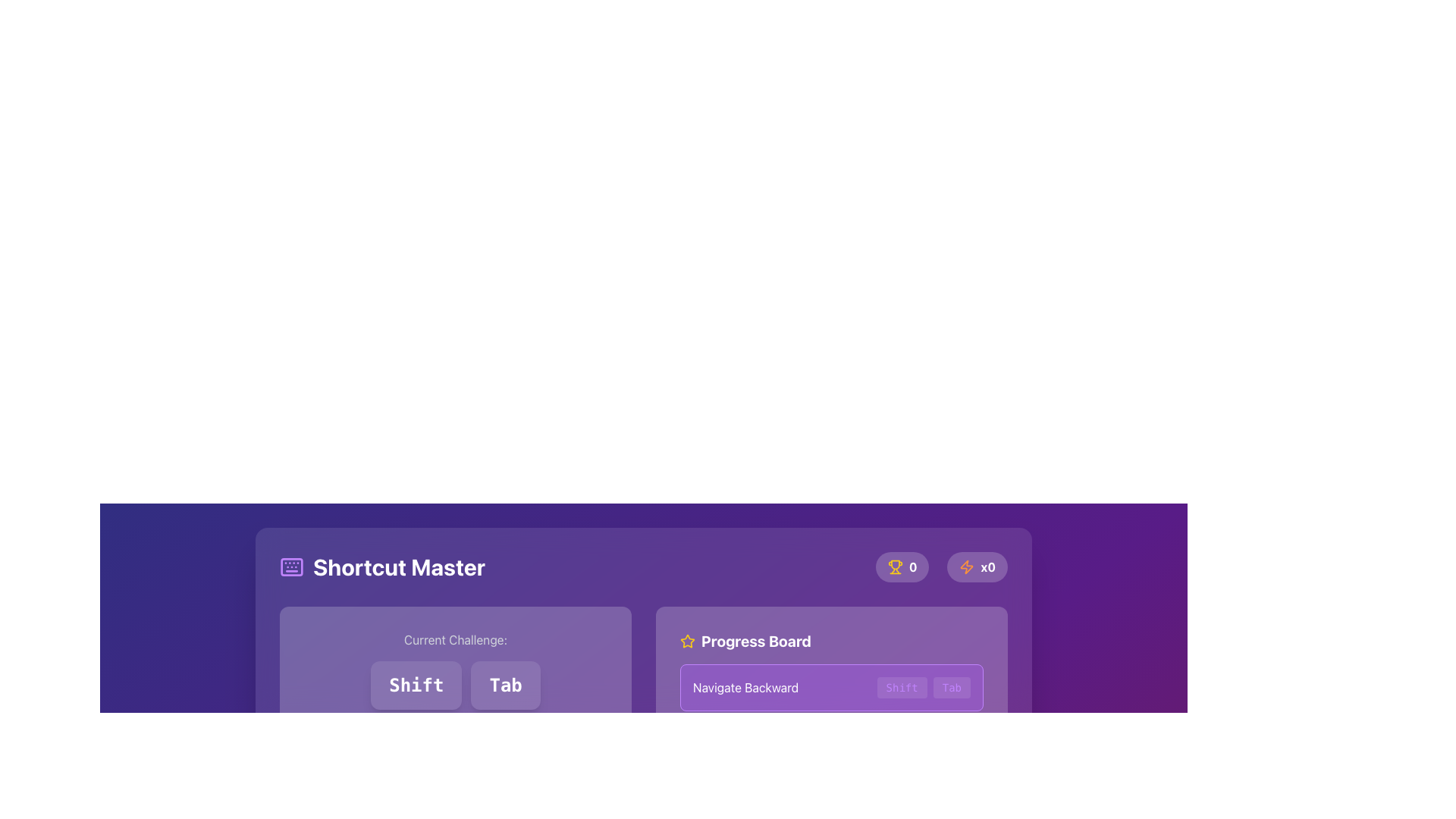  Describe the element at coordinates (950, 687) in the screenshot. I see `the 'Tab' key indicator button located in the 'Progress Board' under the 'Navigate Backward' section, which is the second button in a horizontal sequence` at that location.